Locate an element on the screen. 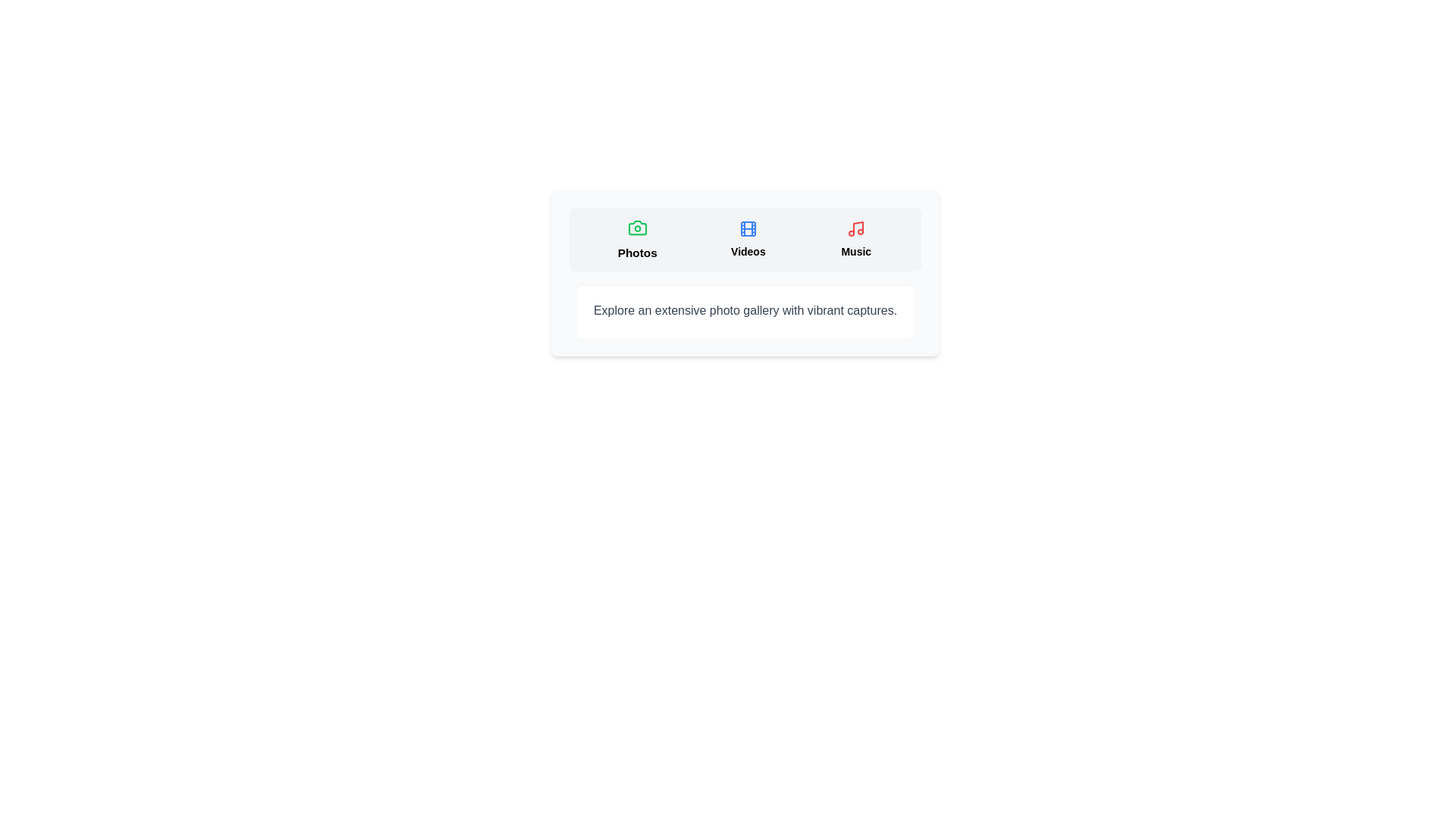 The image size is (1456, 819). the Photos tab by clicking on it is located at coordinates (637, 239).